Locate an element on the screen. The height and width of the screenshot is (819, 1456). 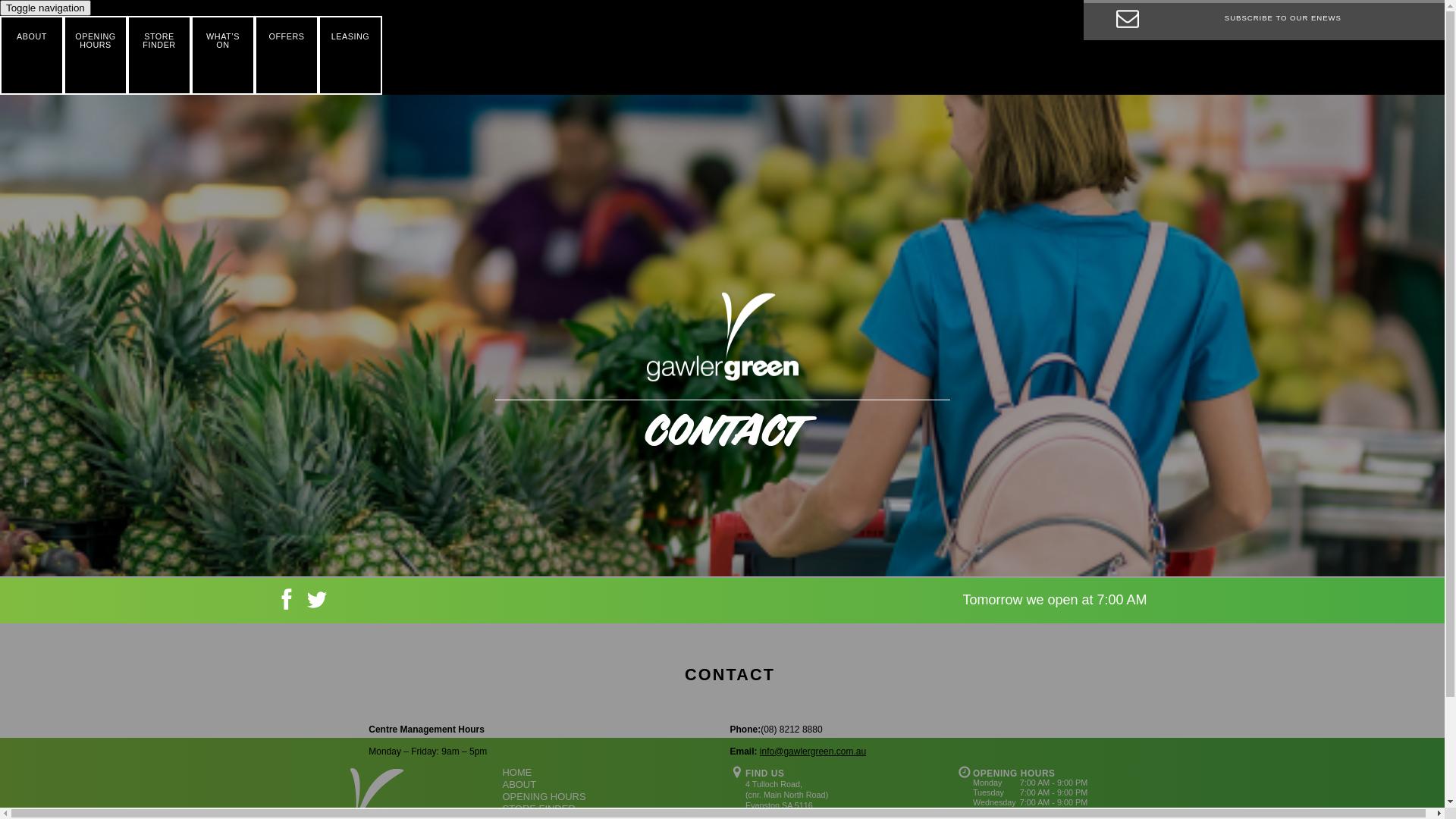
'Twitter' is located at coordinates (315, 602).